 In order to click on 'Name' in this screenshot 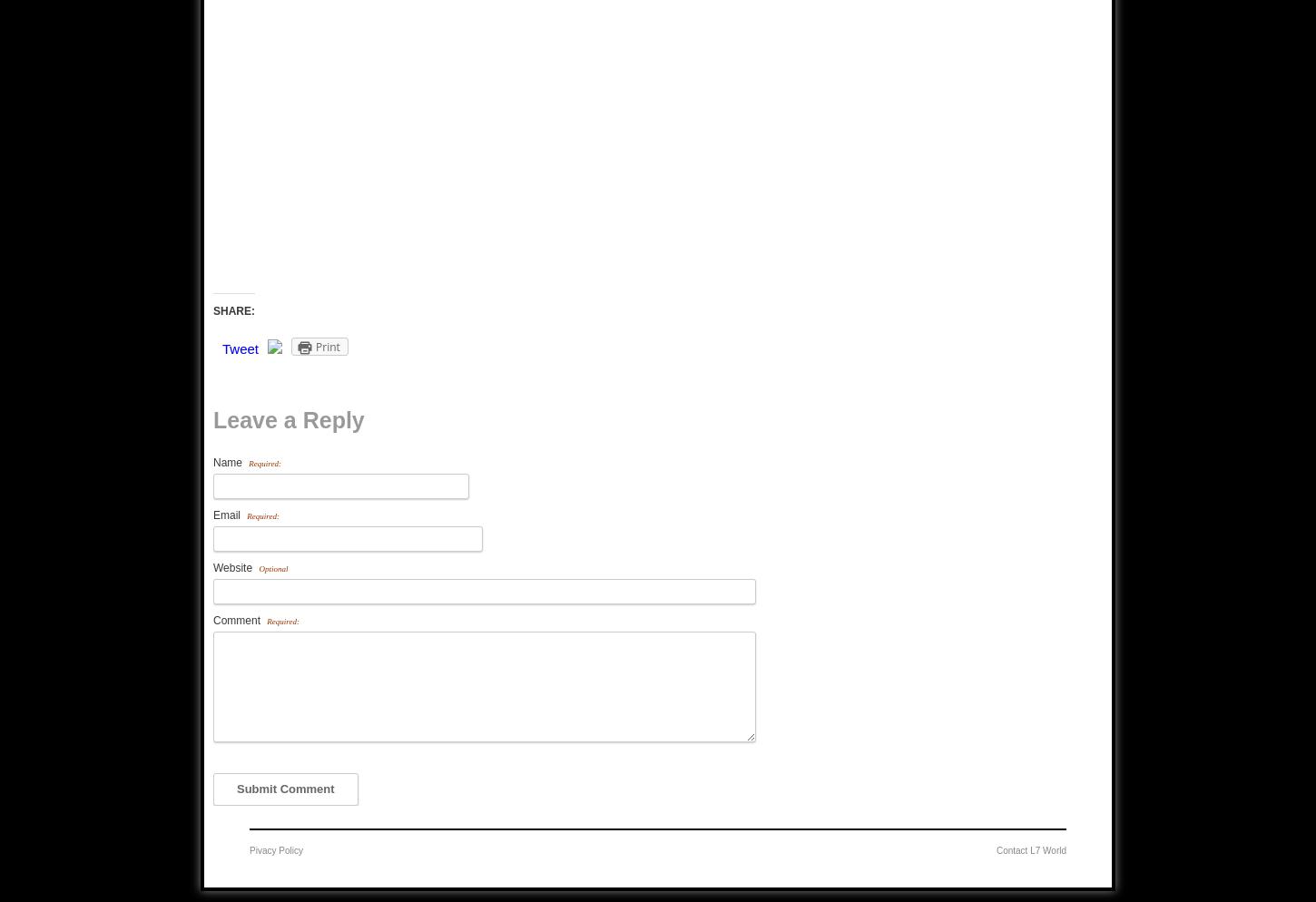, I will do `click(229, 463)`.